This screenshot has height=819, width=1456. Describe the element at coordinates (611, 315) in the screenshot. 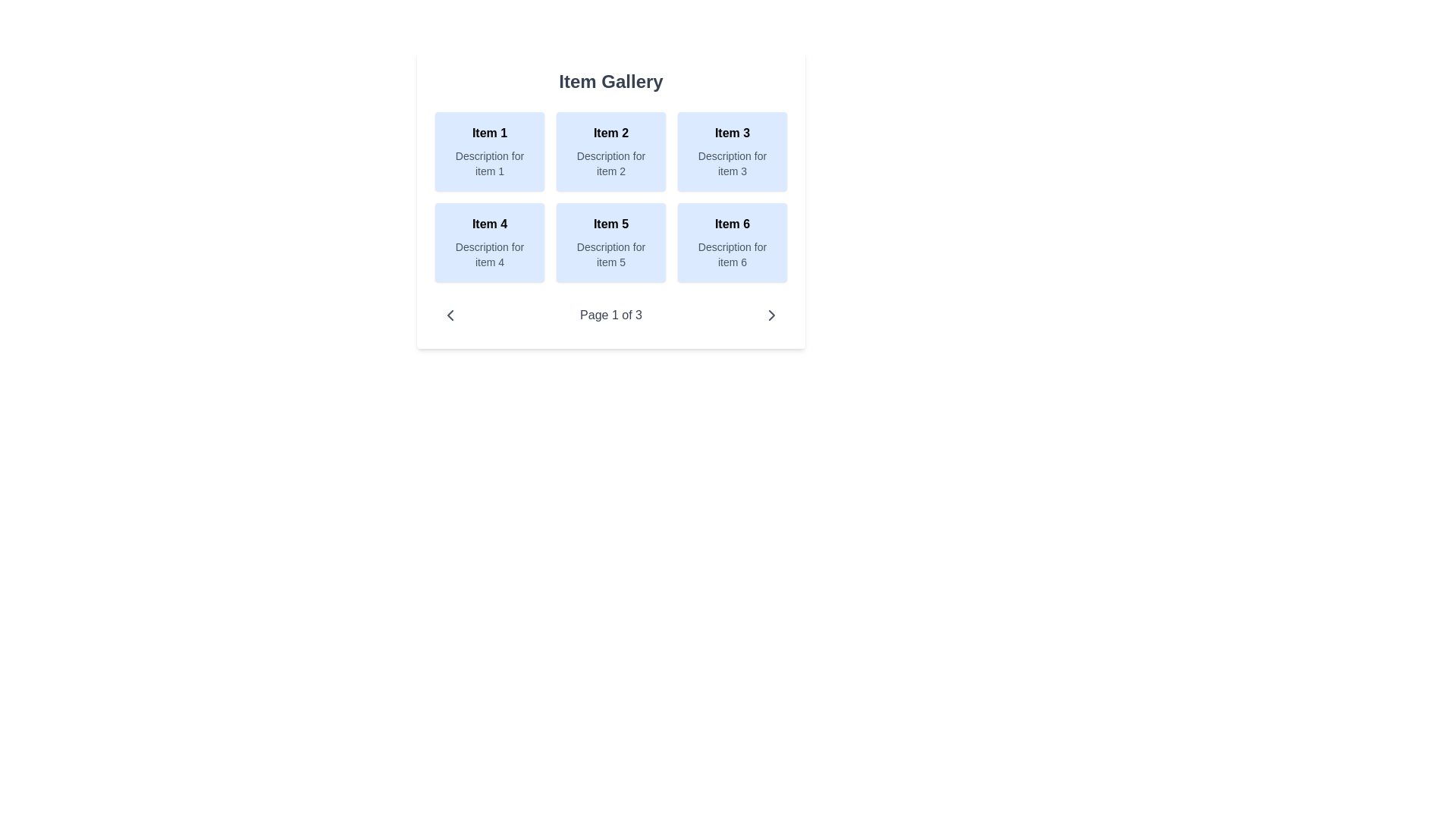

I see `text displayed on the pagination control label indicating the current page number and total number of pages, located at the bottom of the card layout centered horizontally` at that location.